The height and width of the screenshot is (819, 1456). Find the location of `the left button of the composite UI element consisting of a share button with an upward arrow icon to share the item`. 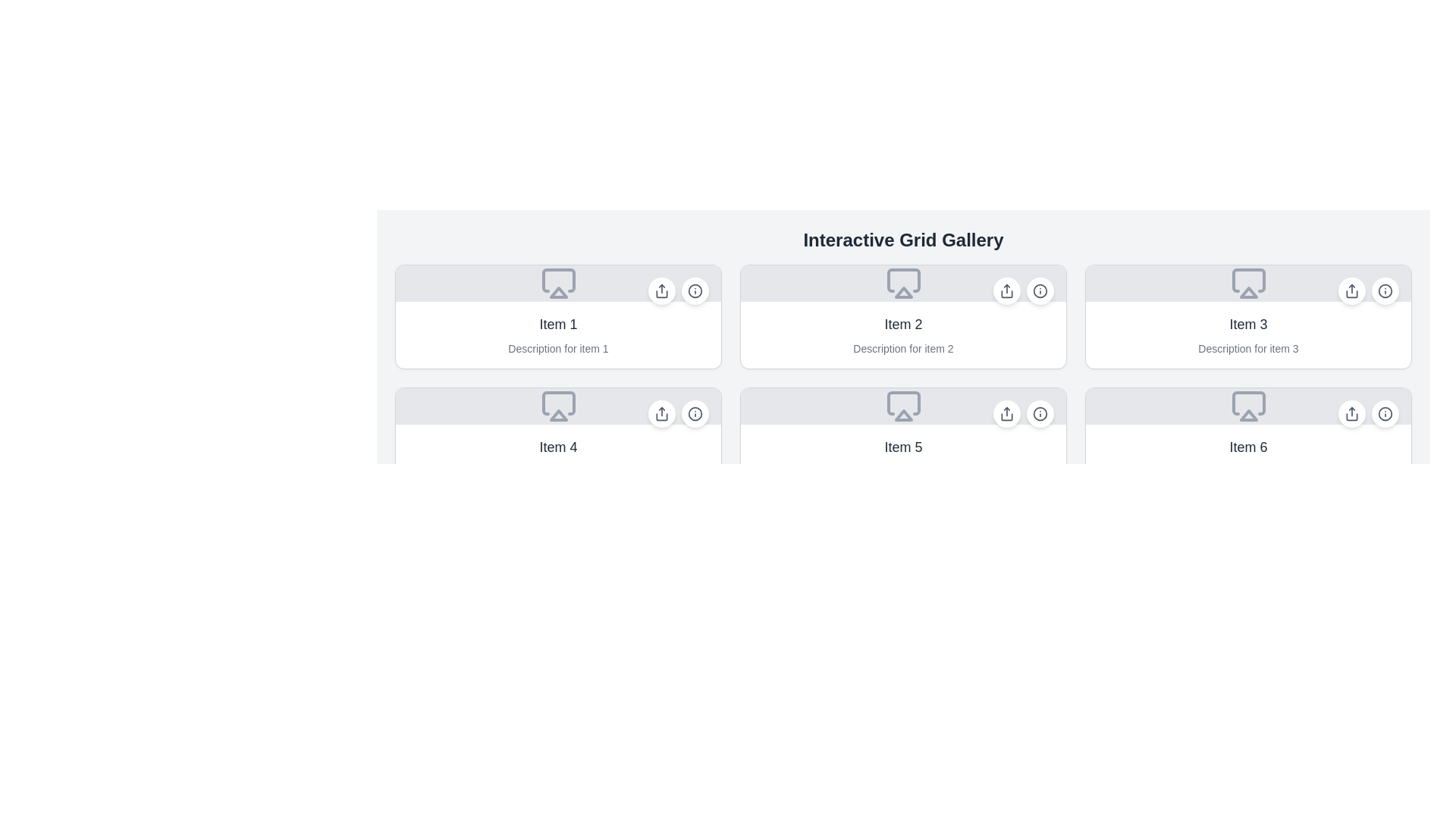

the left button of the composite UI element consisting of a share button with an upward arrow icon to share the item is located at coordinates (677, 414).